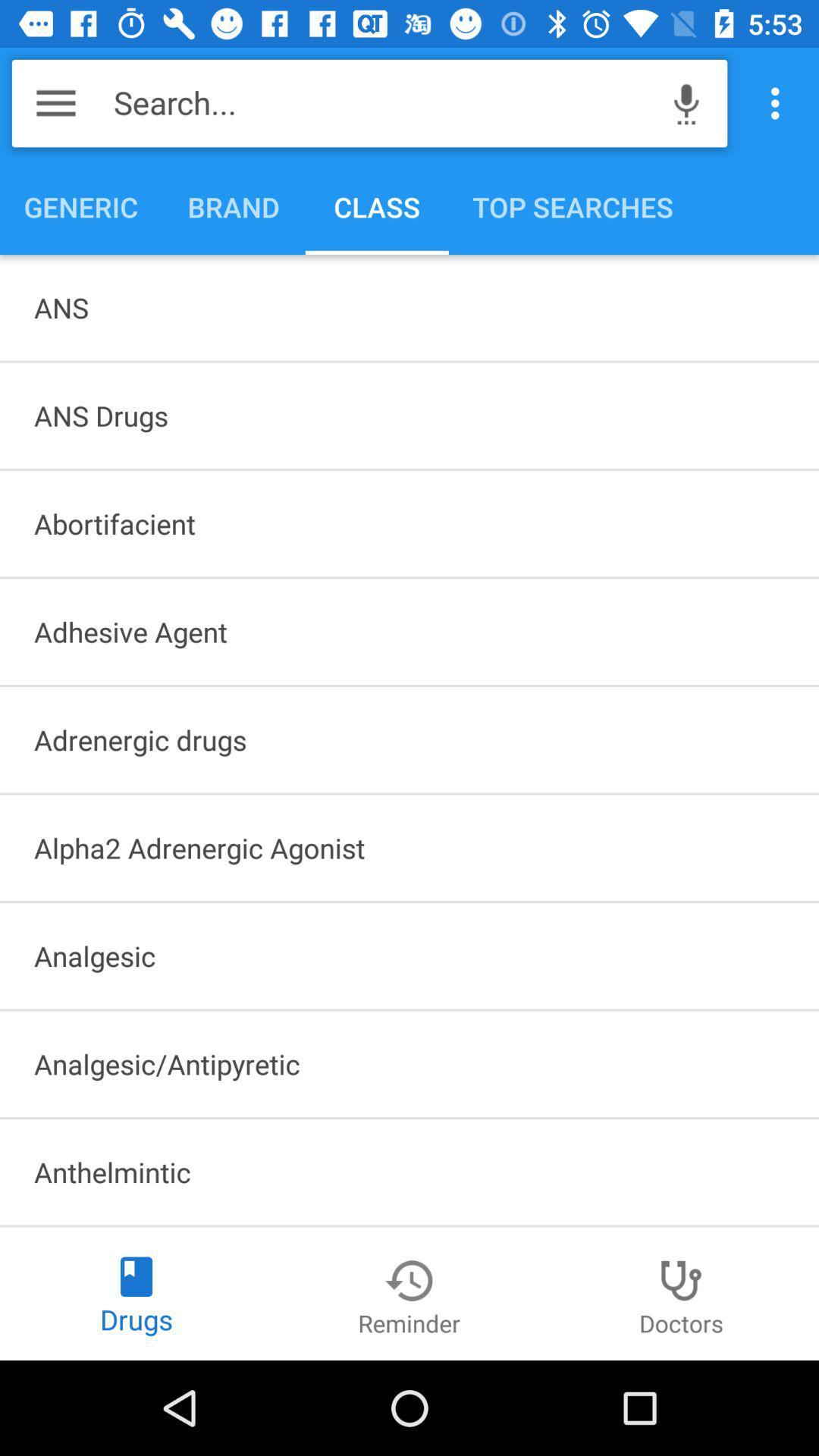 This screenshot has width=819, height=1456. Describe the element at coordinates (409, 1171) in the screenshot. I see `item below the analgesic/antipyretic icon` at that location.